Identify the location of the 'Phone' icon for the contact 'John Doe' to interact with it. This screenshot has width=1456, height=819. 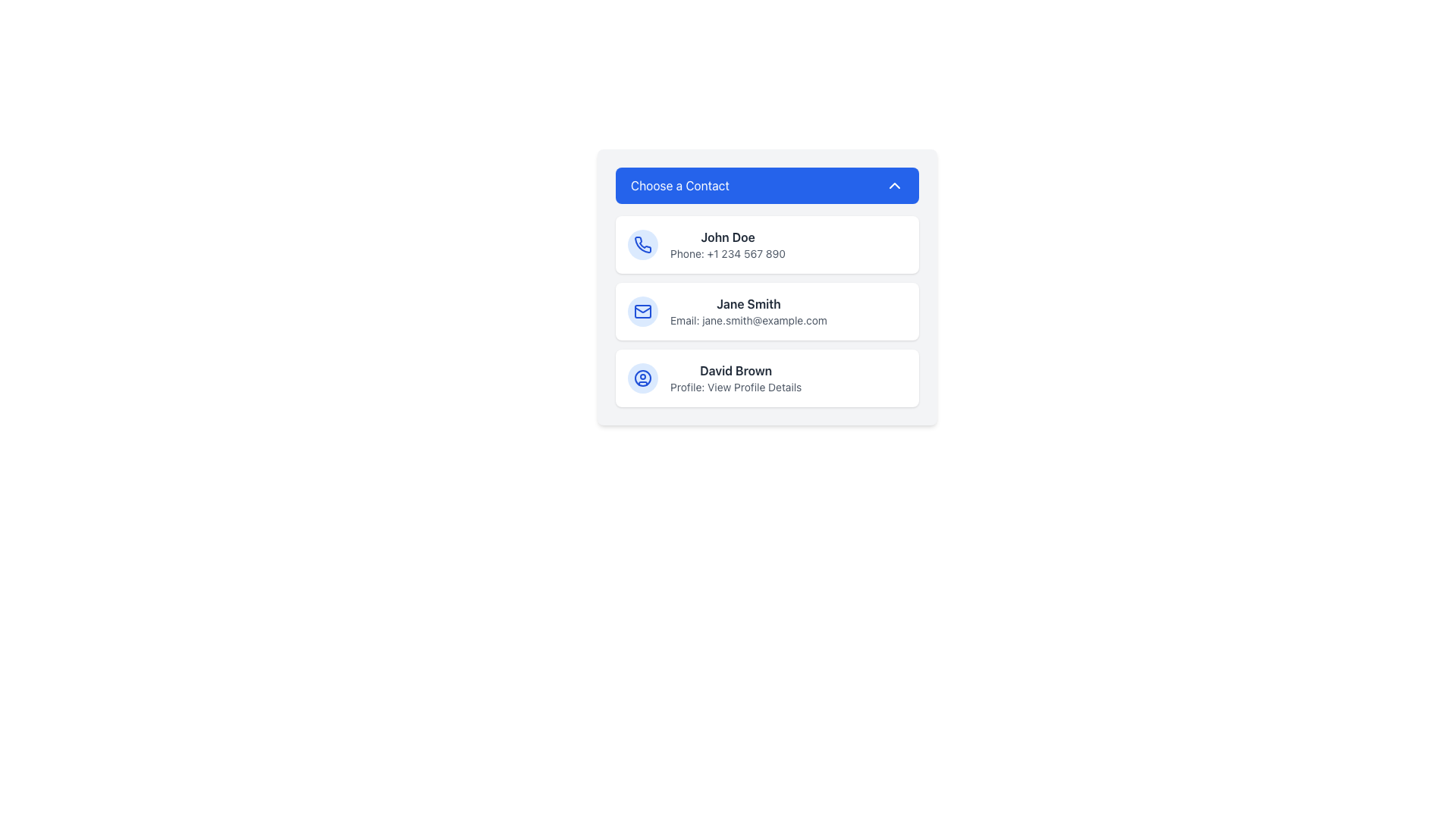
(643, 244).